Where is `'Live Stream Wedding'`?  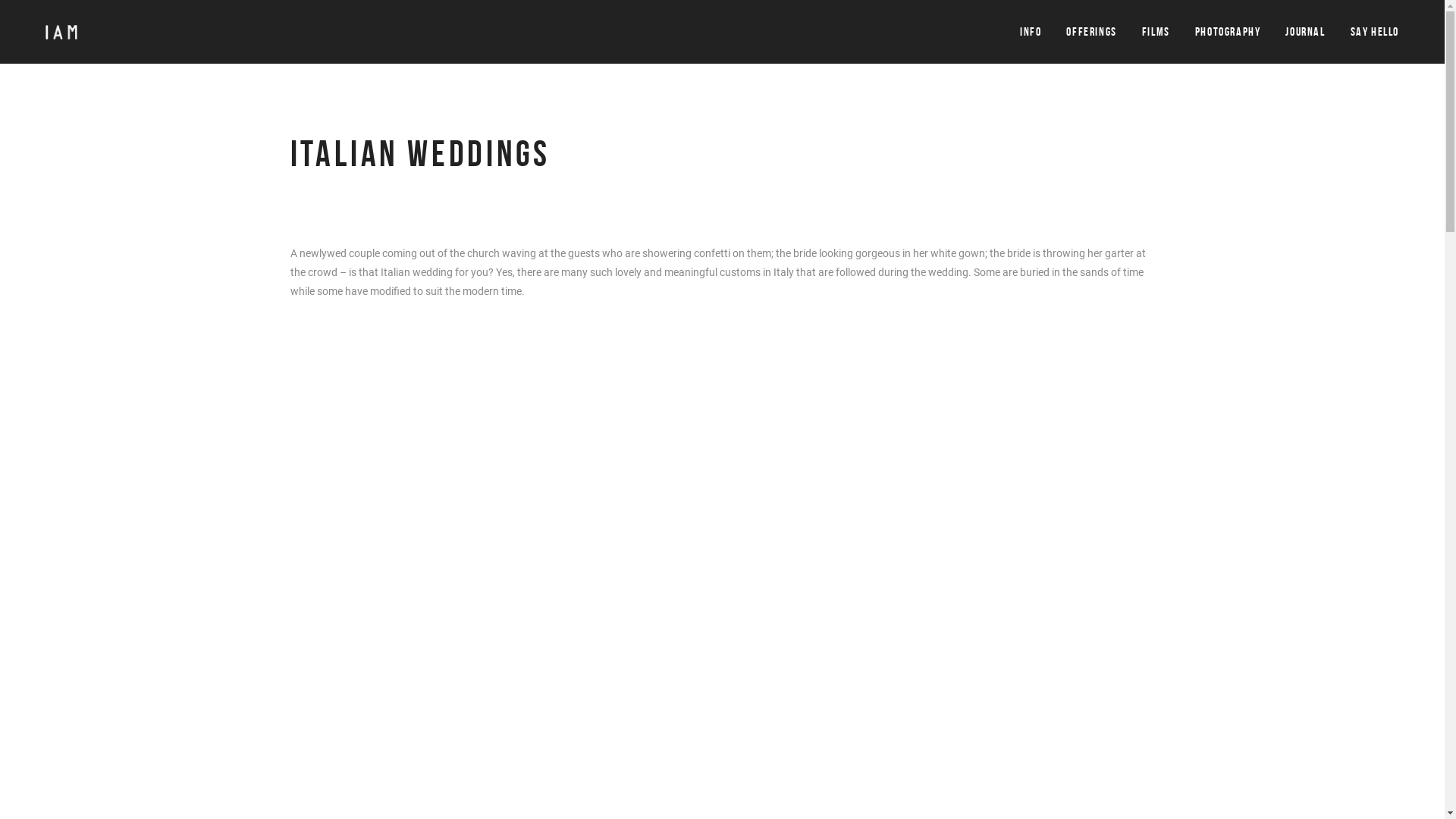
'Live Stream Wedding' is located at coordinates (930, 626).